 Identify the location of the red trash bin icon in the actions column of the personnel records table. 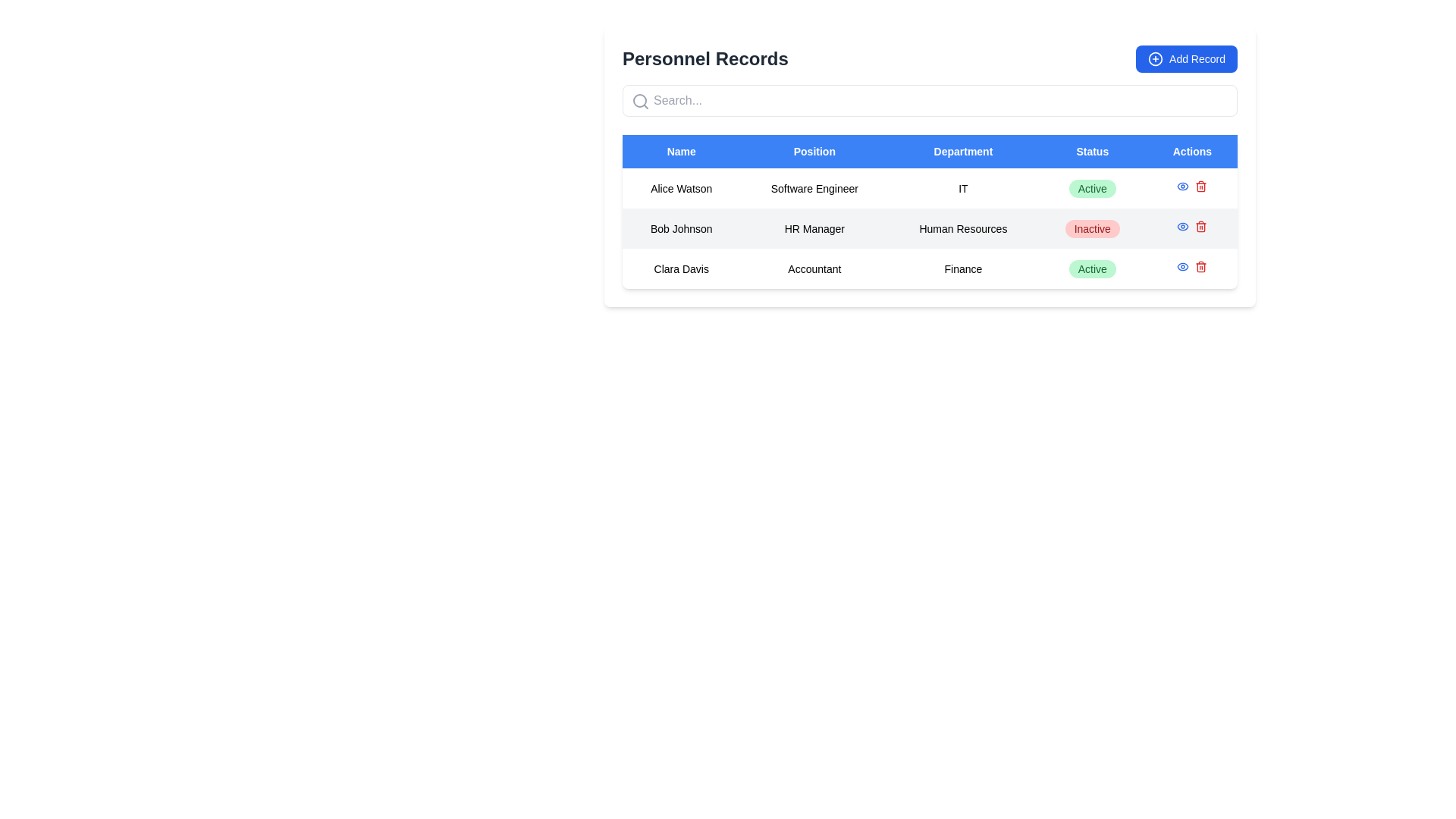
(1200, 227).